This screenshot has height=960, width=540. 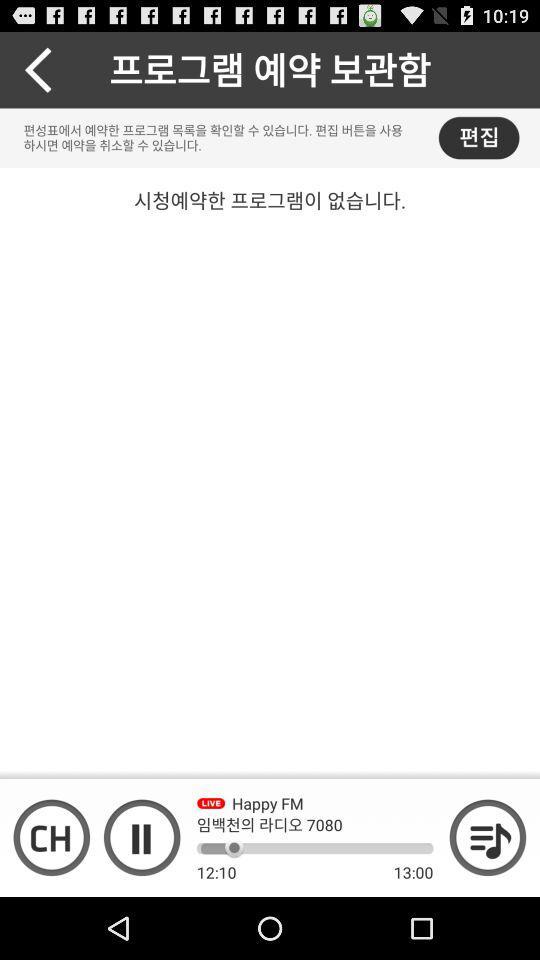 What do you see at coordinates (141, 895) in the screenshot?
I see `the pause icon` at bounding box center [141, 895].